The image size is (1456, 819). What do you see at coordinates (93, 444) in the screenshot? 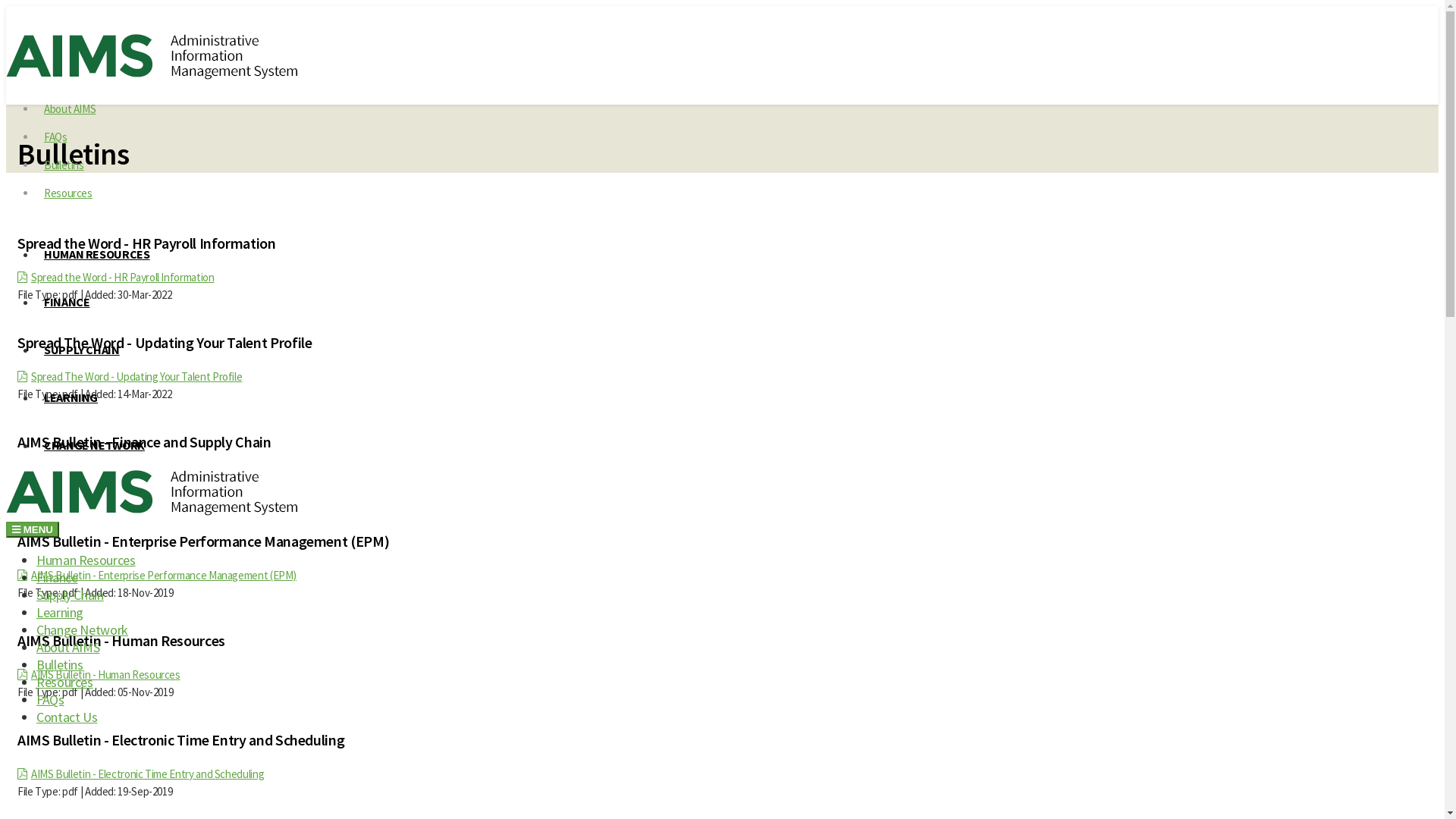
I see `'CHANGE NETWORK'` at bounding box center [93, 444].